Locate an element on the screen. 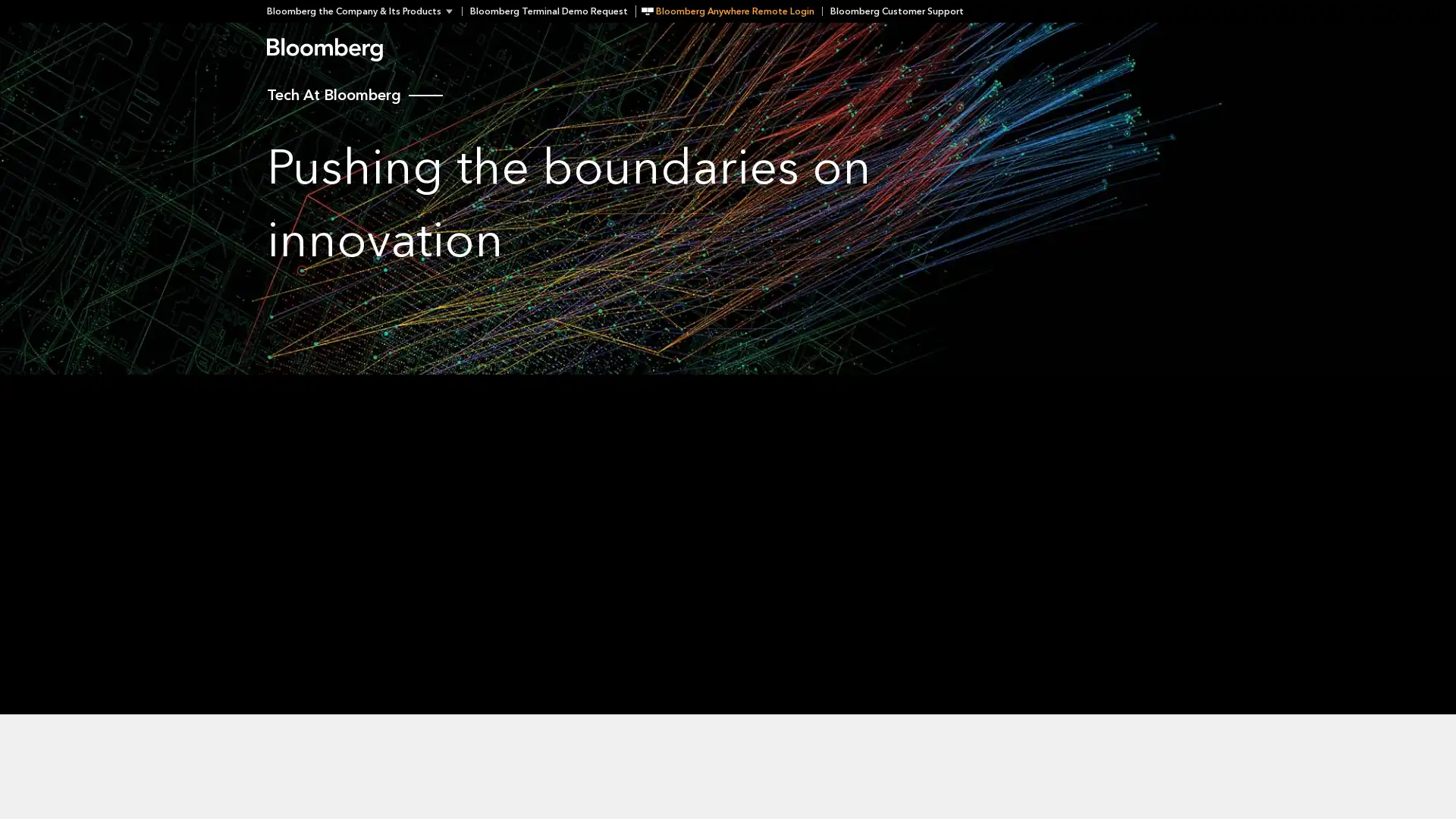 This screenshot has height=819, width=1456. Skip to content is located at coordinates (8, 3).